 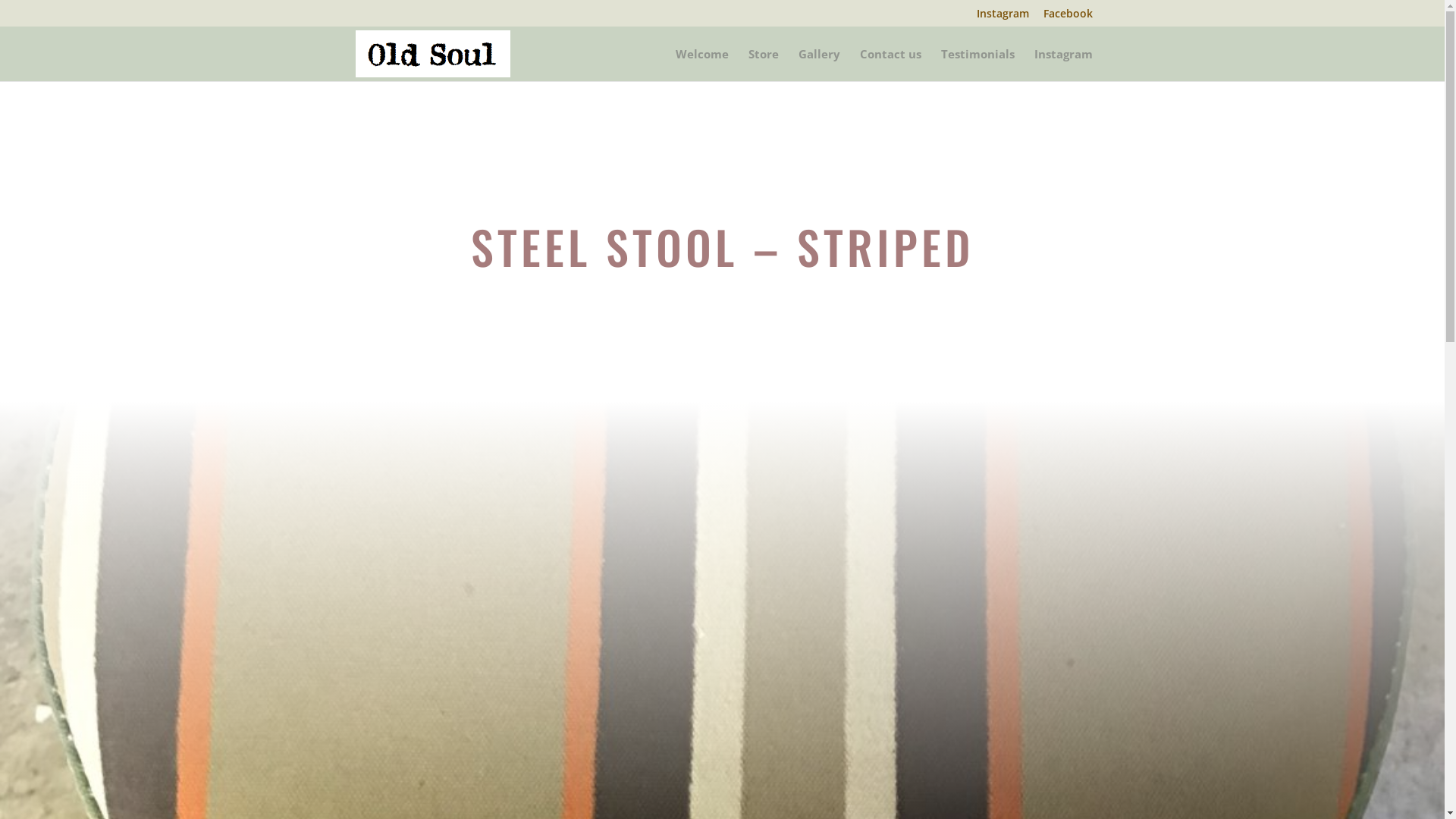 I want to click on 'Instagram', so click(x=1003, y=17).